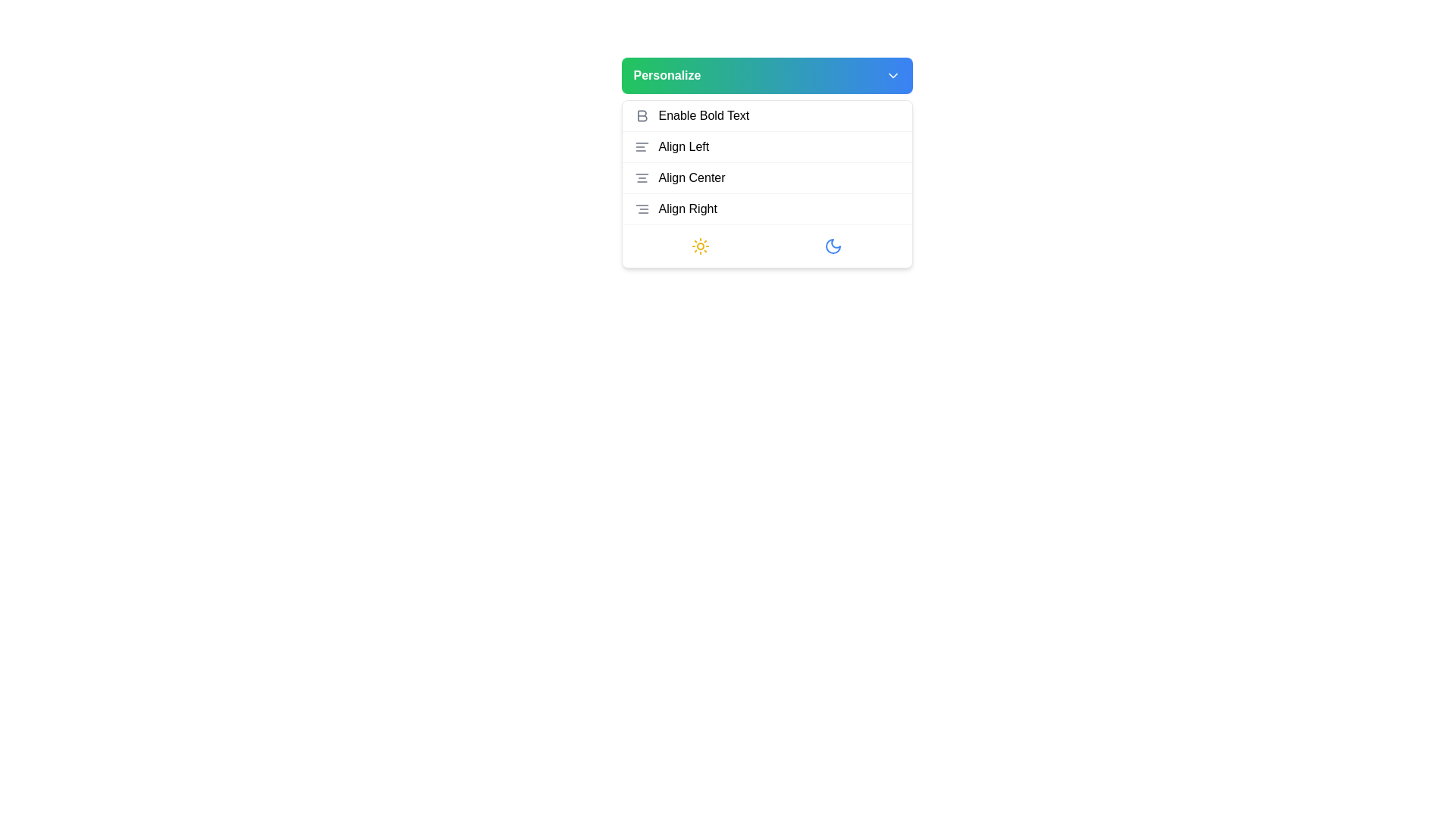 The width and height of the screenshot is (1456, 819). Describe the element at coordinates (642, 209) in the screenshot. I see `the 'Align Right' icon, which visually represents the 'Align Right' action and is positioned to the left of the 'Align Right' text label within the alignment menu` at that location.